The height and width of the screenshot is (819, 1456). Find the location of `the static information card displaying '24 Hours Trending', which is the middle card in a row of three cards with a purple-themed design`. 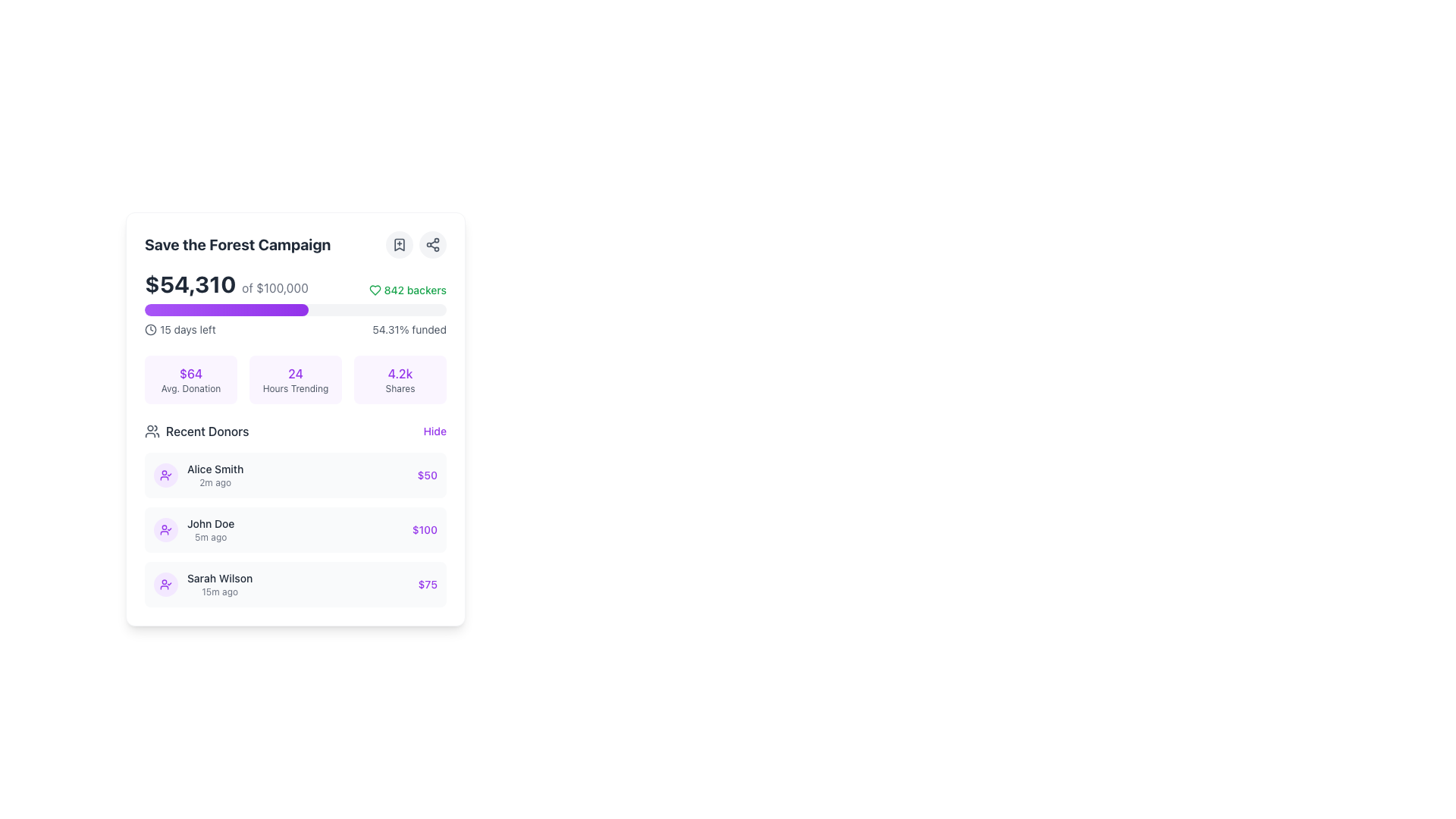

the static information card displaying '24 Hours Trending', which is the middle card in a row of three cards with a purple-themed design is located at coordinates (295, 379).